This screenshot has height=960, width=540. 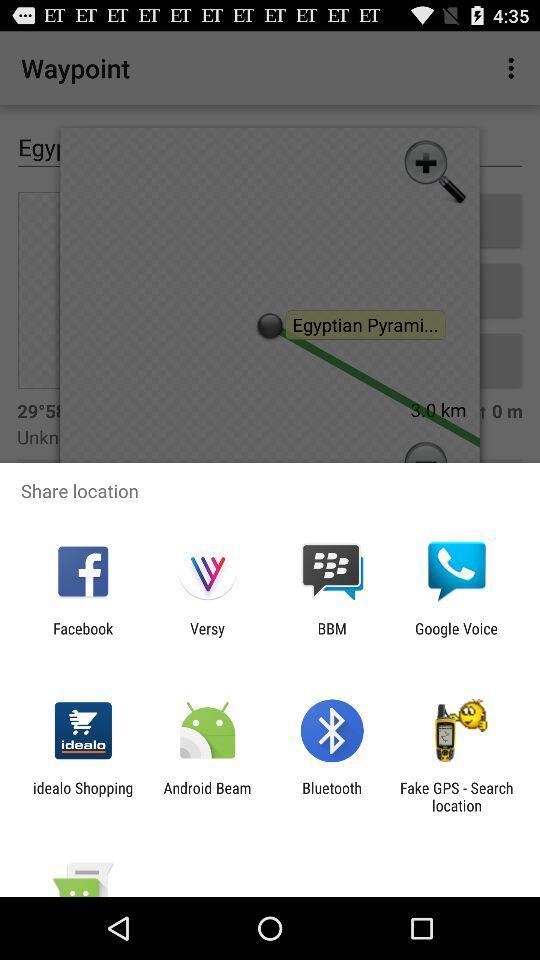 I want to click on the bbm item, so click(x=332, y=636).